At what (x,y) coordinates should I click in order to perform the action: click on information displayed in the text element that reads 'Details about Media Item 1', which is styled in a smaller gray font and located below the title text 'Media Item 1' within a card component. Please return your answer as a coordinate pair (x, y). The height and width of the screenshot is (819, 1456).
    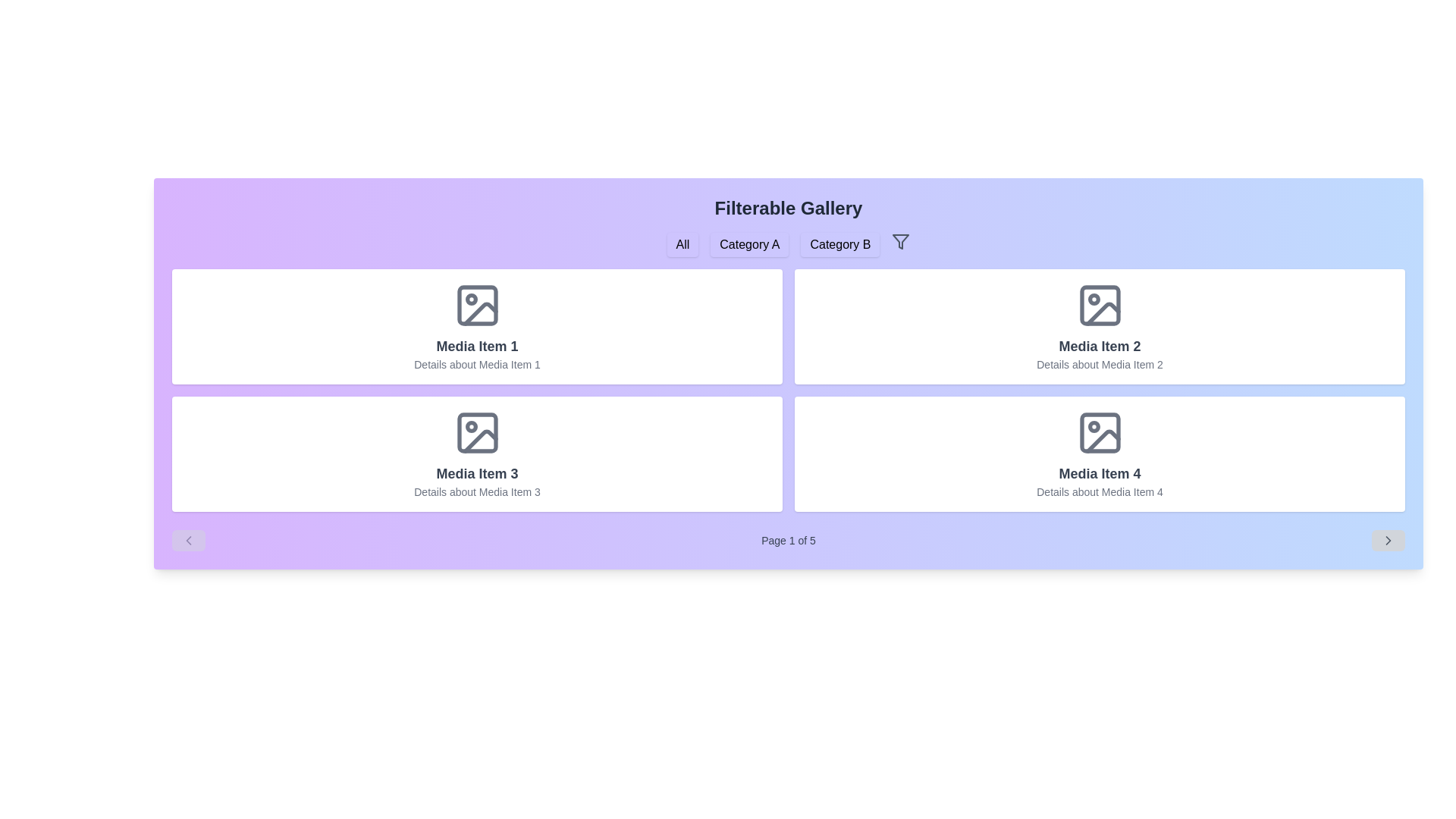
    Looking at the image, I should click on (476, 365).